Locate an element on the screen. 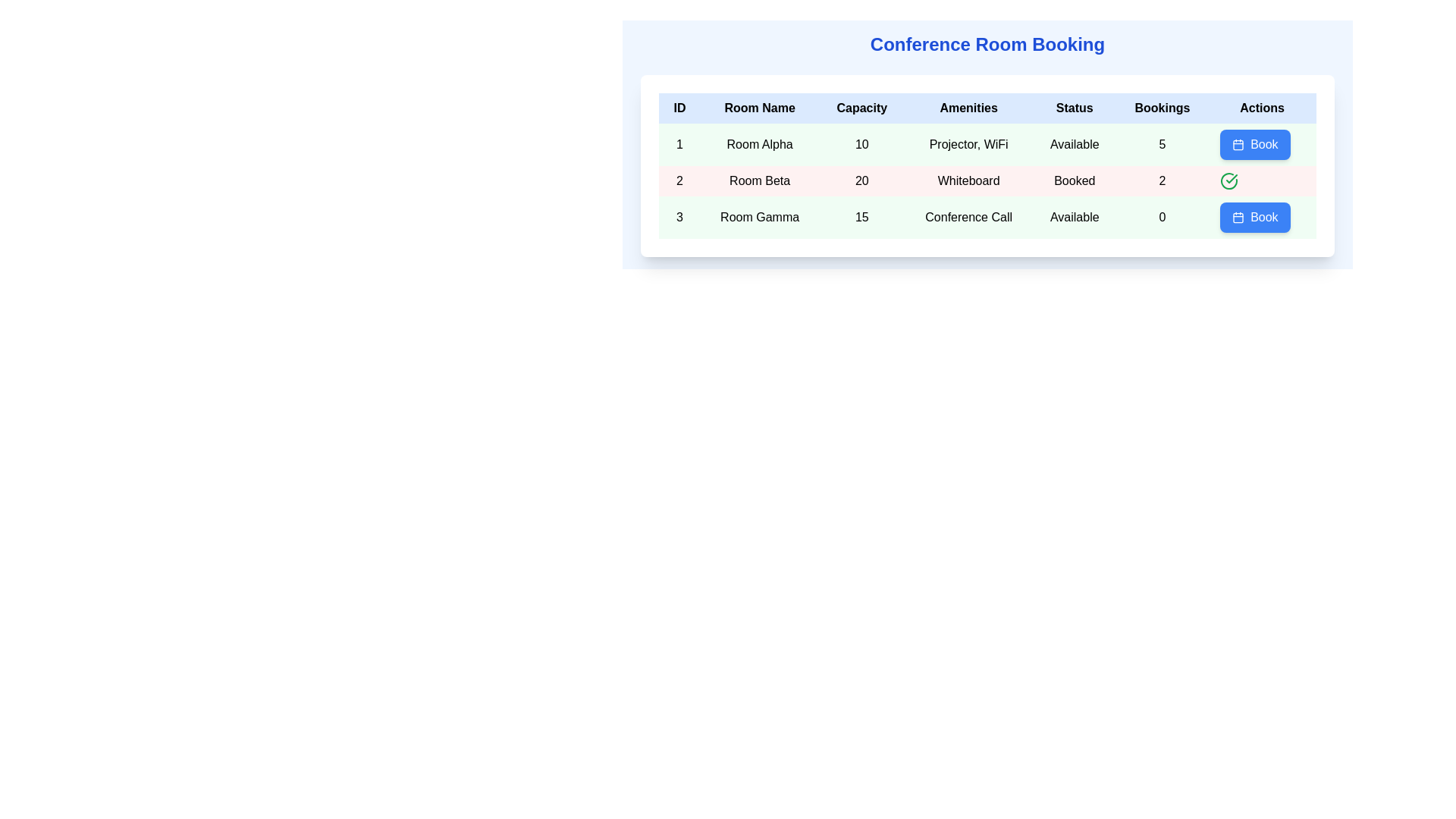  the 'Amenities' header text label in the fourth column of the table, which indicates the amenities associated with each room entry is located at coordinates (968, 107).